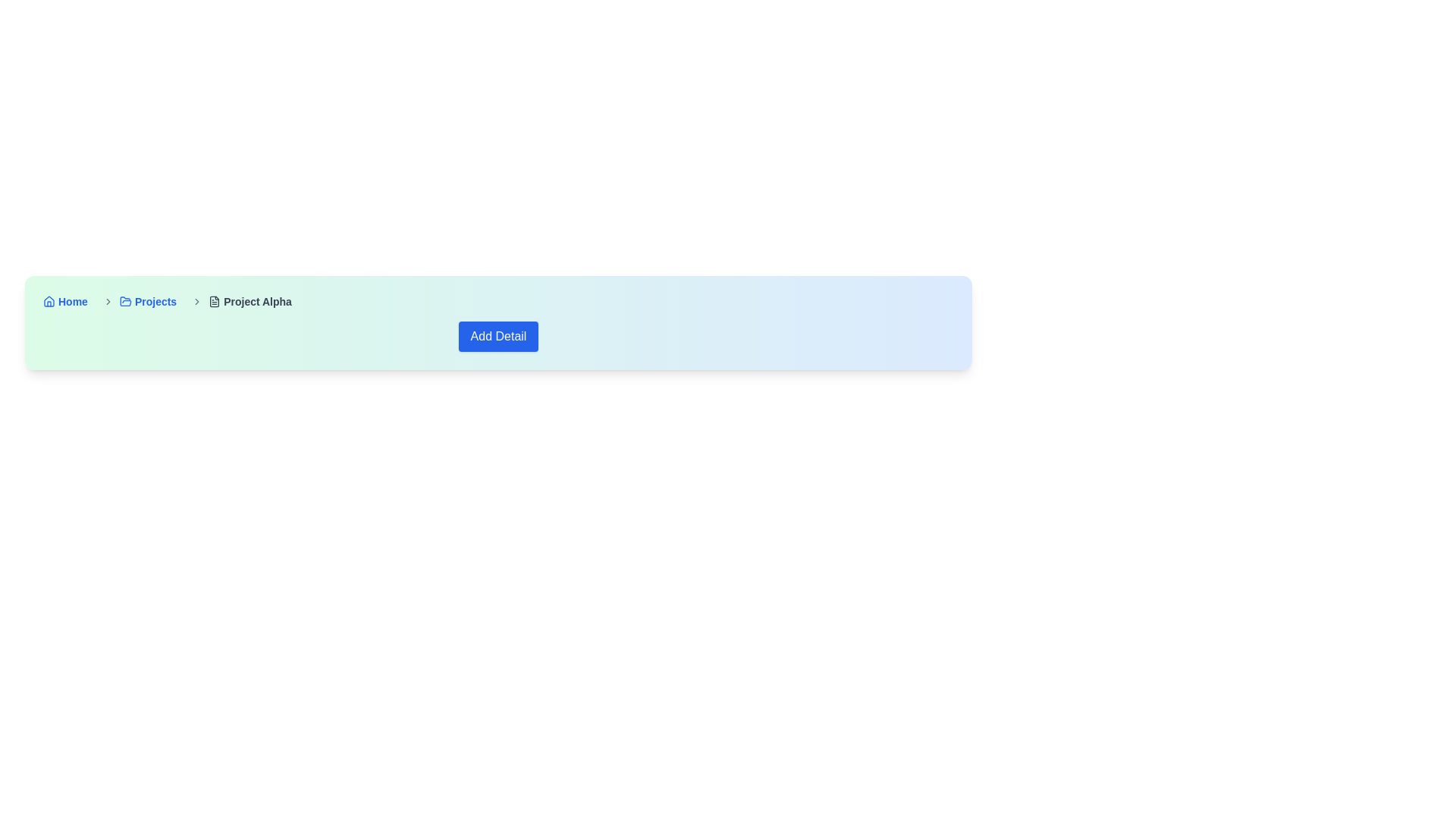  I want to click on the decorative icon next to the 'Projects' text, which serves as a navigation link, so click(125, 301).